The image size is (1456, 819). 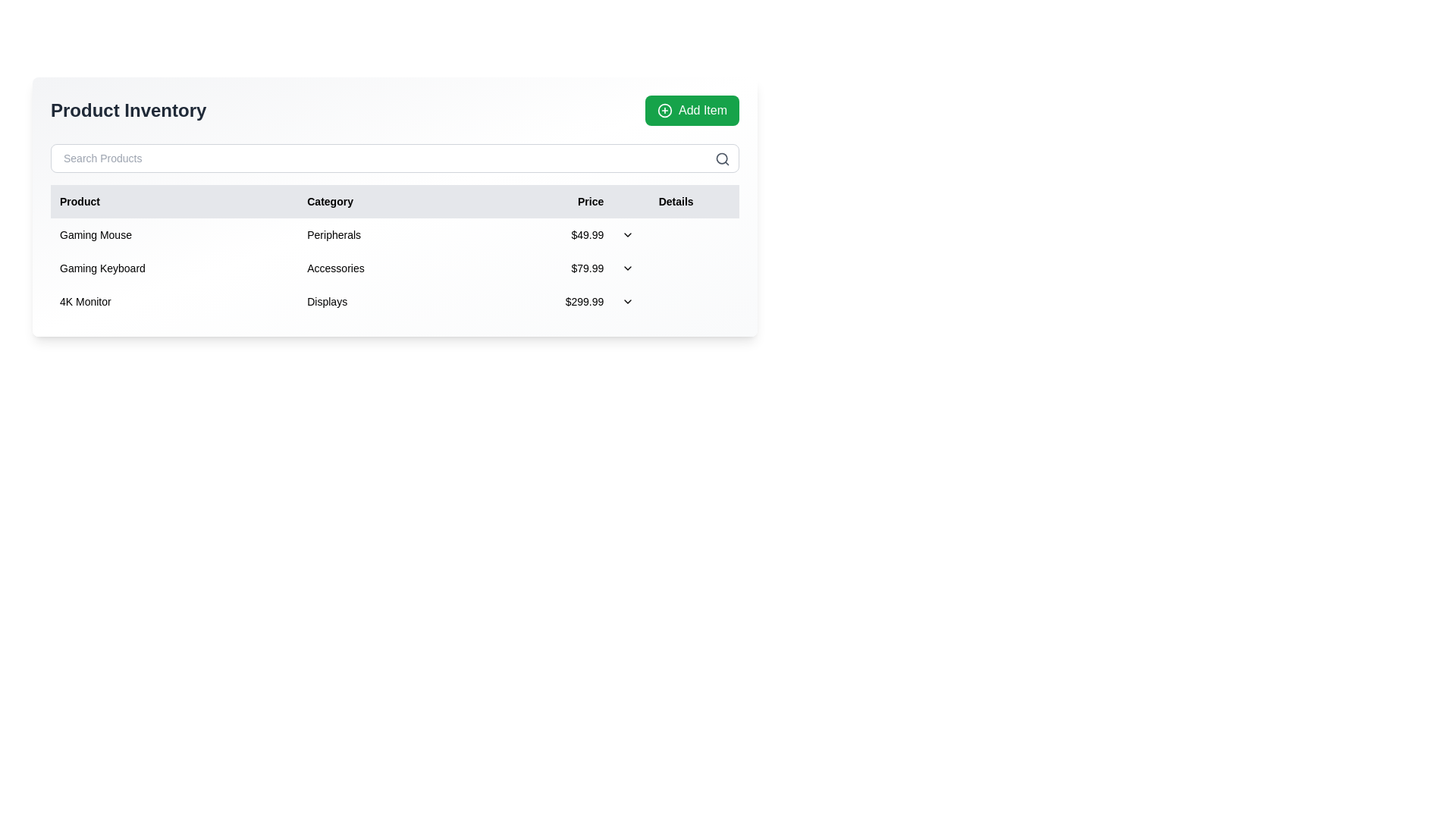 What do you see at coordinates (395, 268) in the screenshot?
I see `the second row of the product information table, which displays details for a product located below the 'Gaming Mouse' row and above the '4K Monitor' row` at bounding box center [395, 268].